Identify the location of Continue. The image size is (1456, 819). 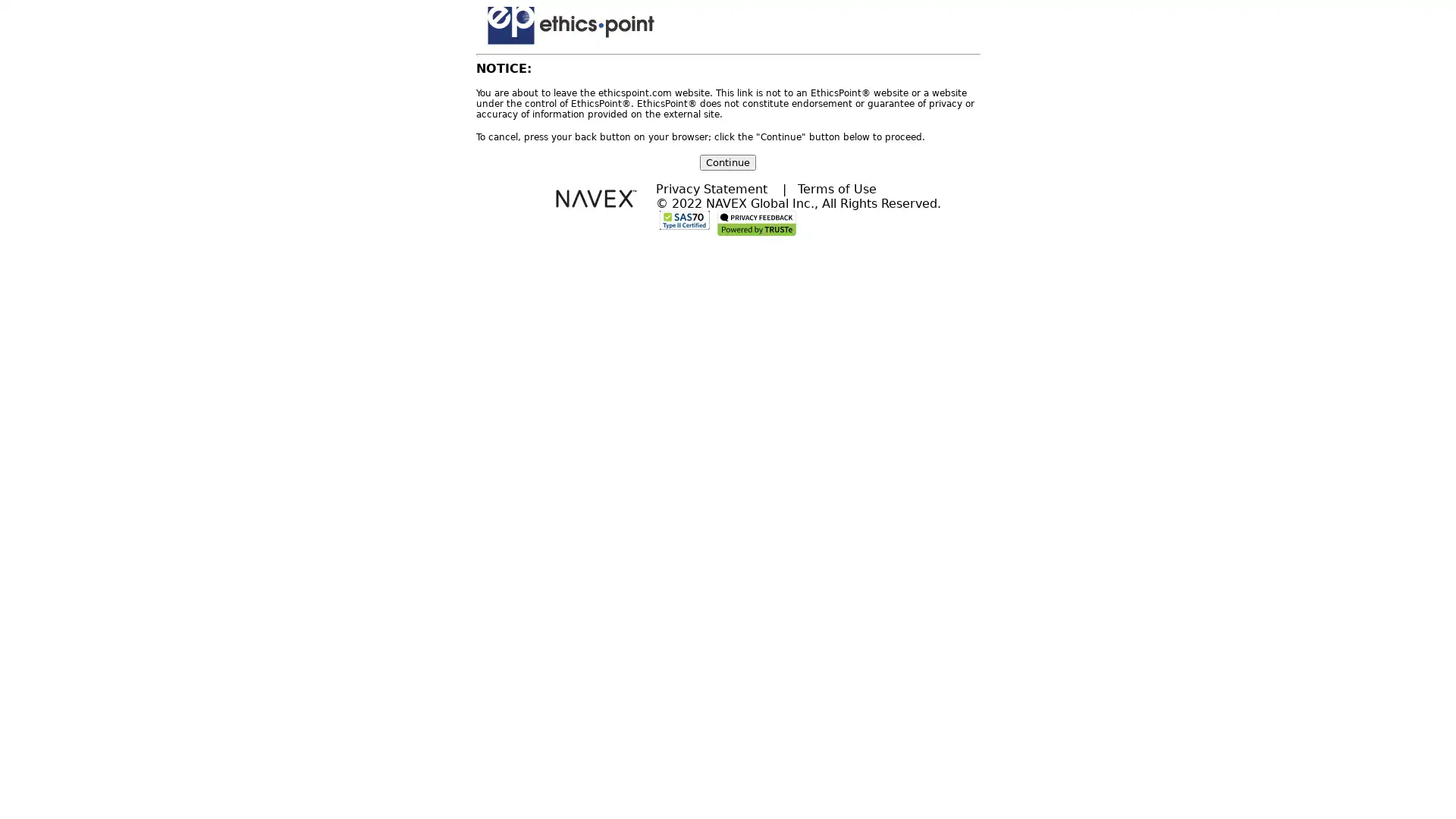
(728, 162).